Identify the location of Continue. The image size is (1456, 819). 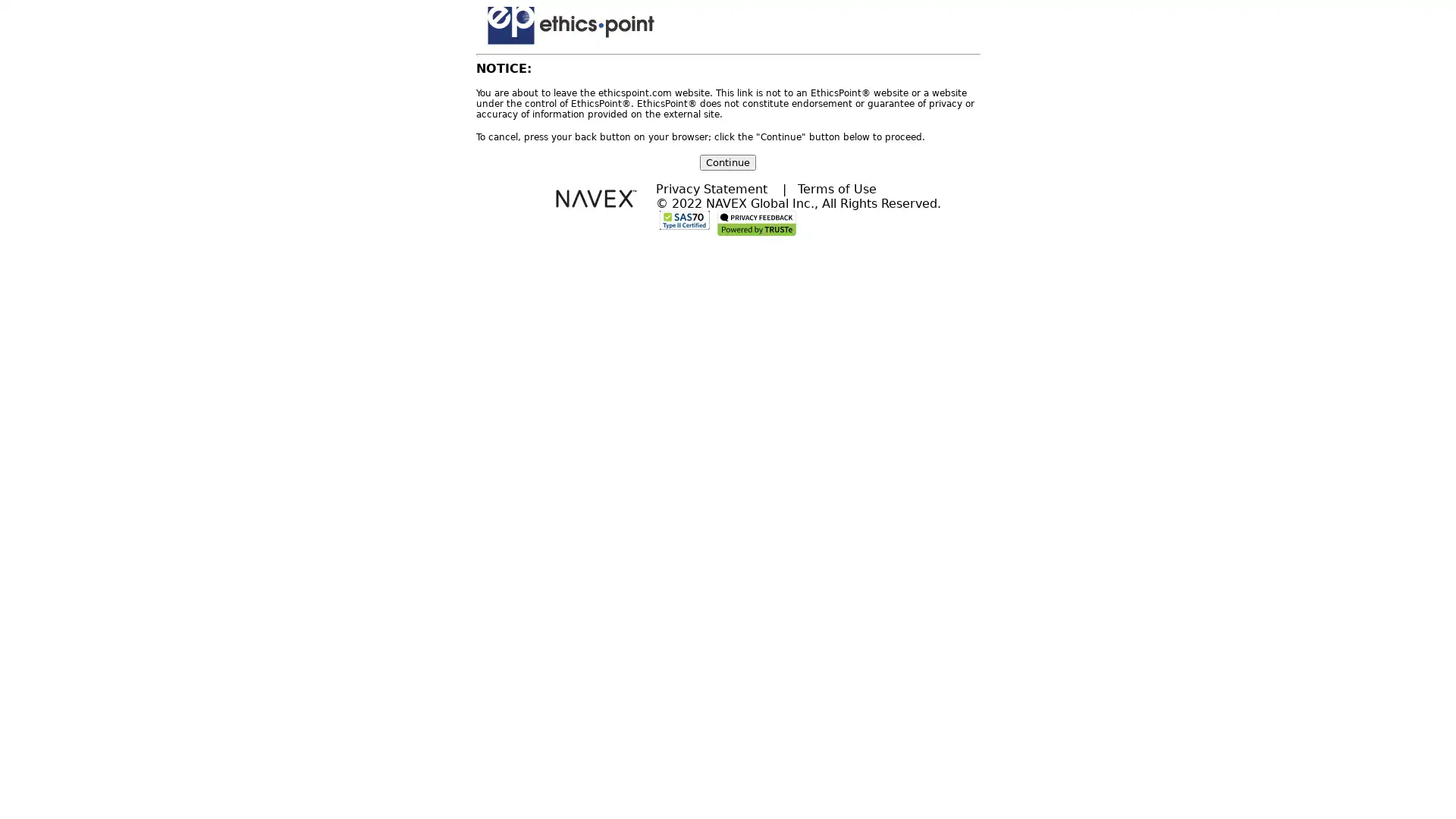
(728, 162).